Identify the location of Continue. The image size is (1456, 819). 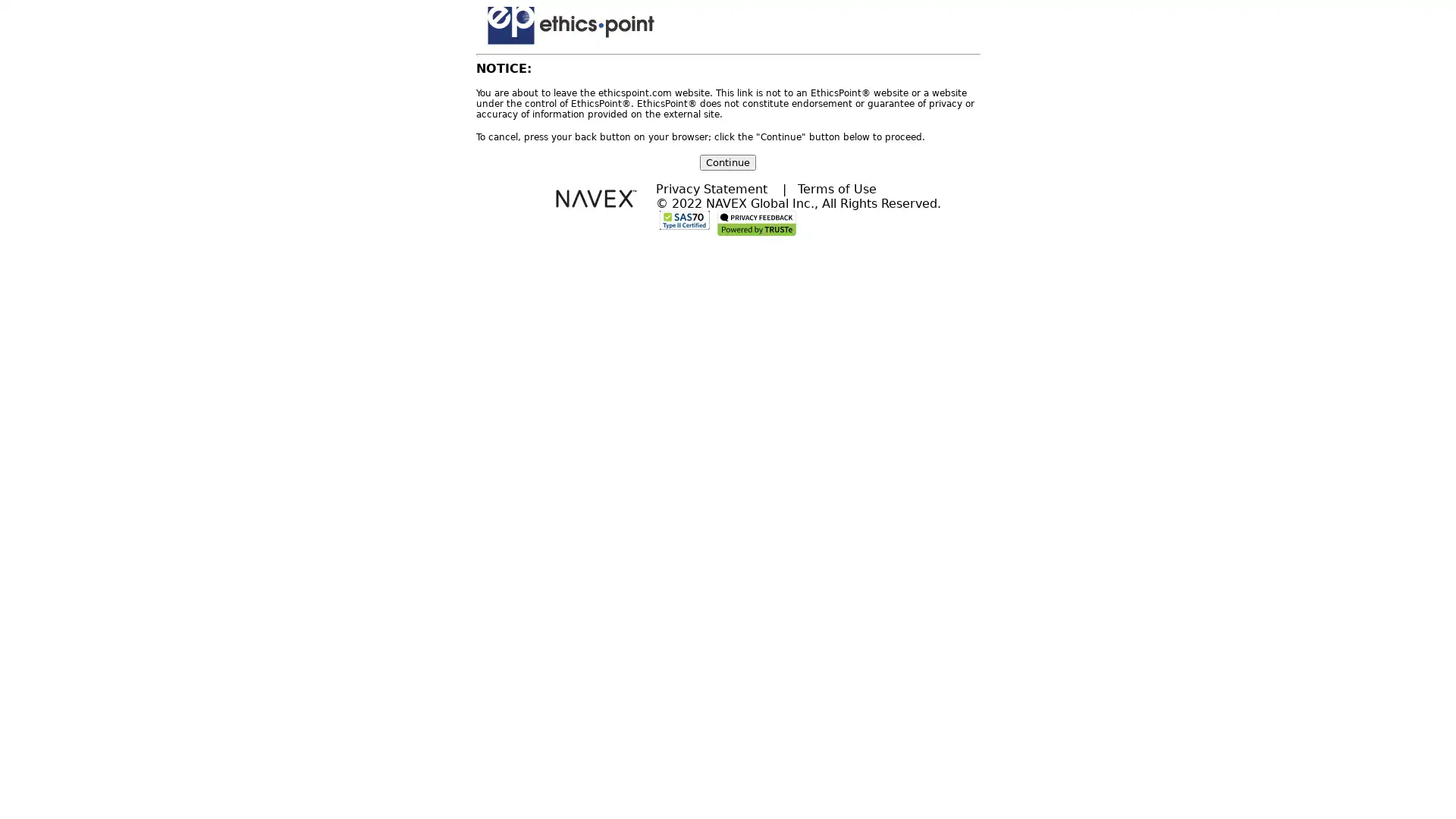
(728, 162).